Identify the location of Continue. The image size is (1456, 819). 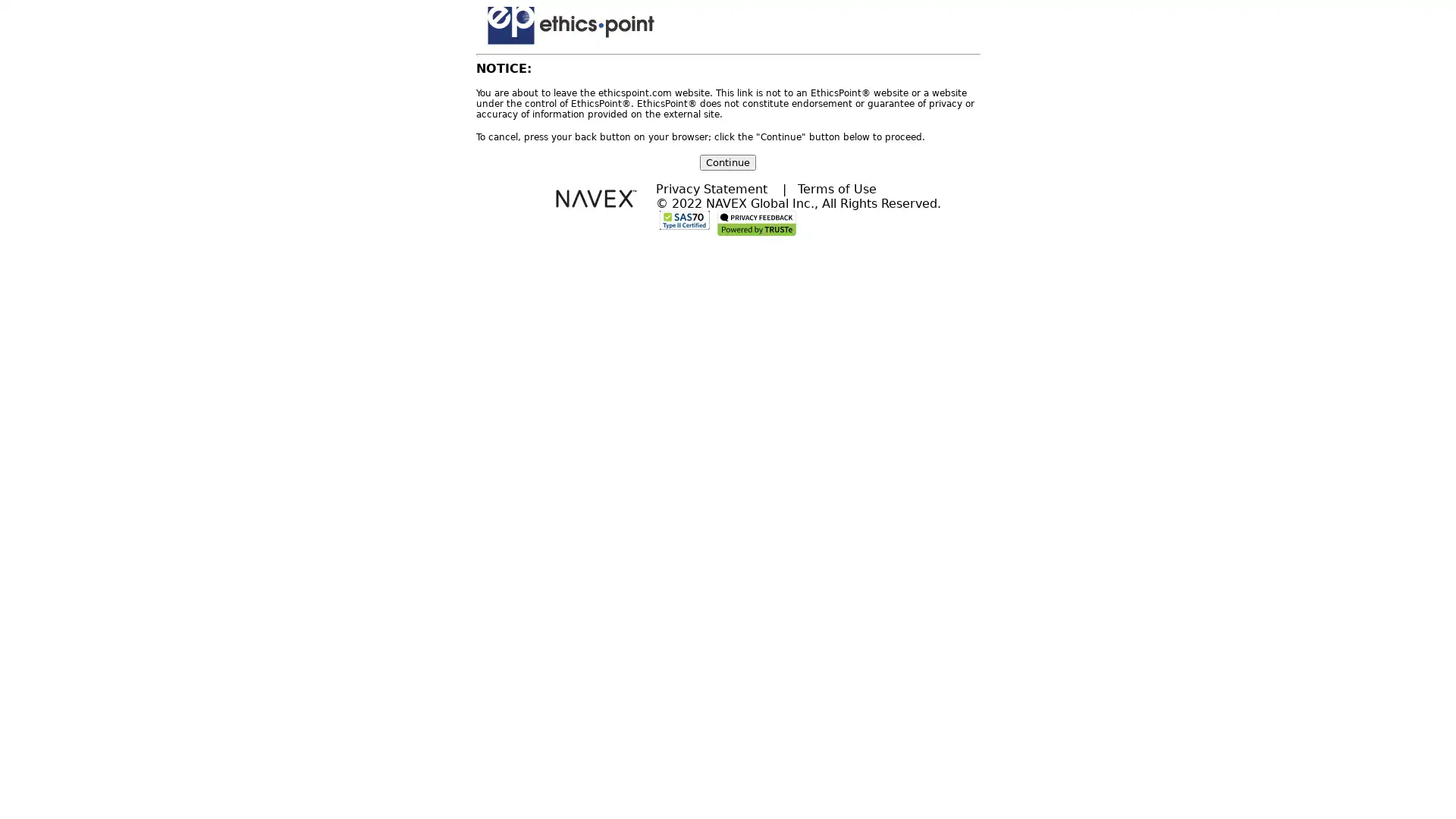
(728, 162).